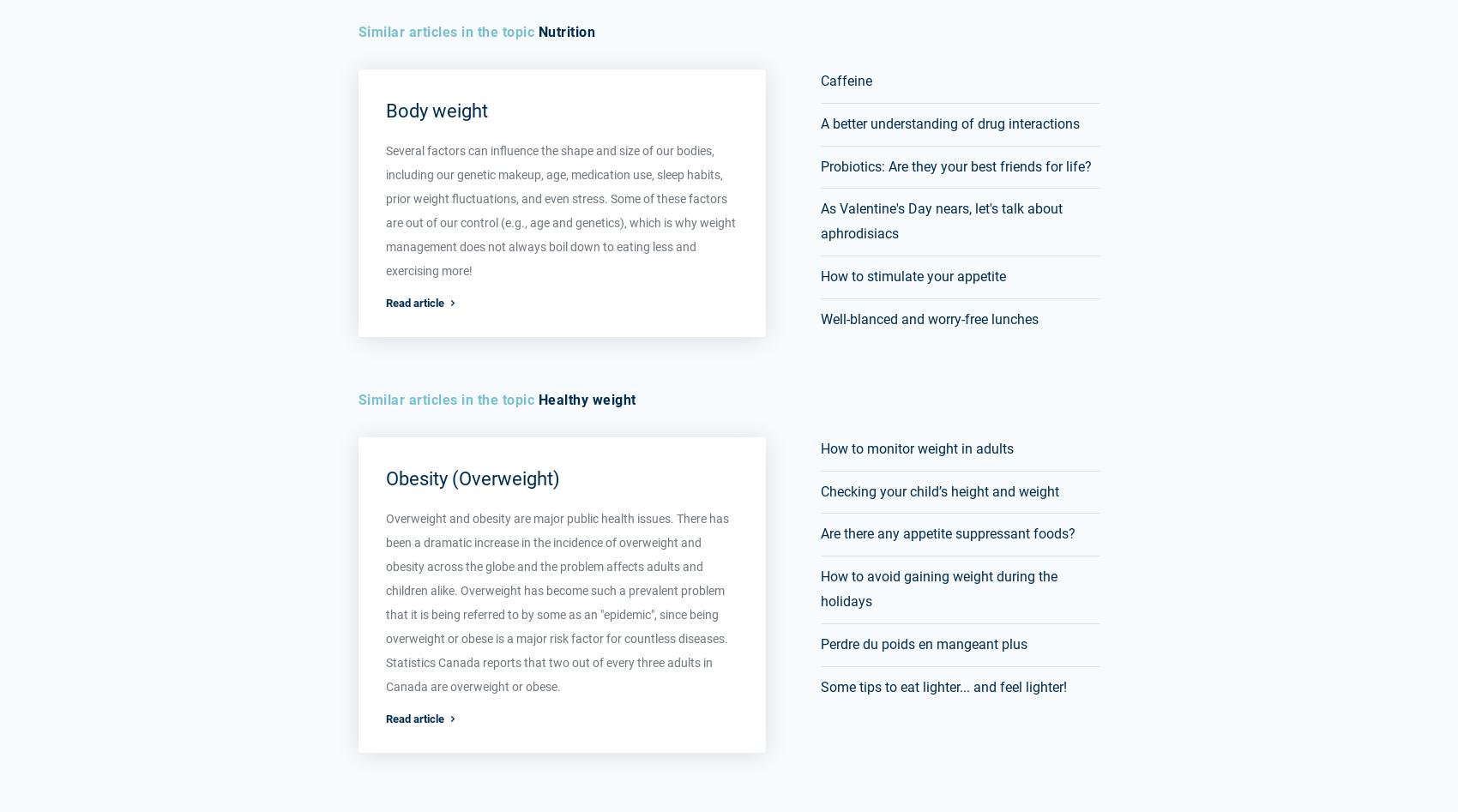 This screenshot has width=1458, height=812. I want to click on 'As Valentine's Day nears, let's talk about aphrodisiacs', so click(941, 220).